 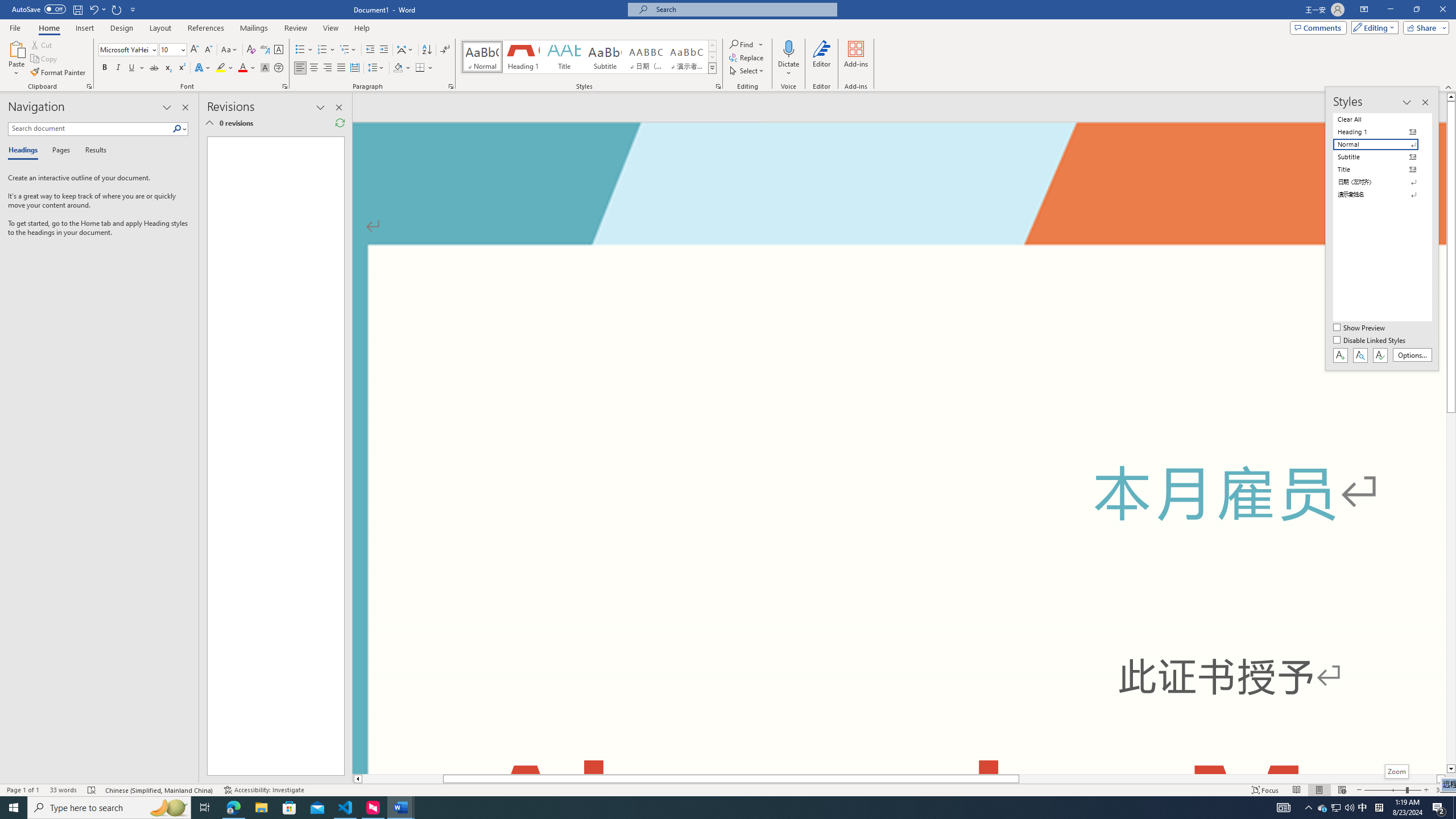 I want to click on 'Options...', so click(x=1412, y=355).